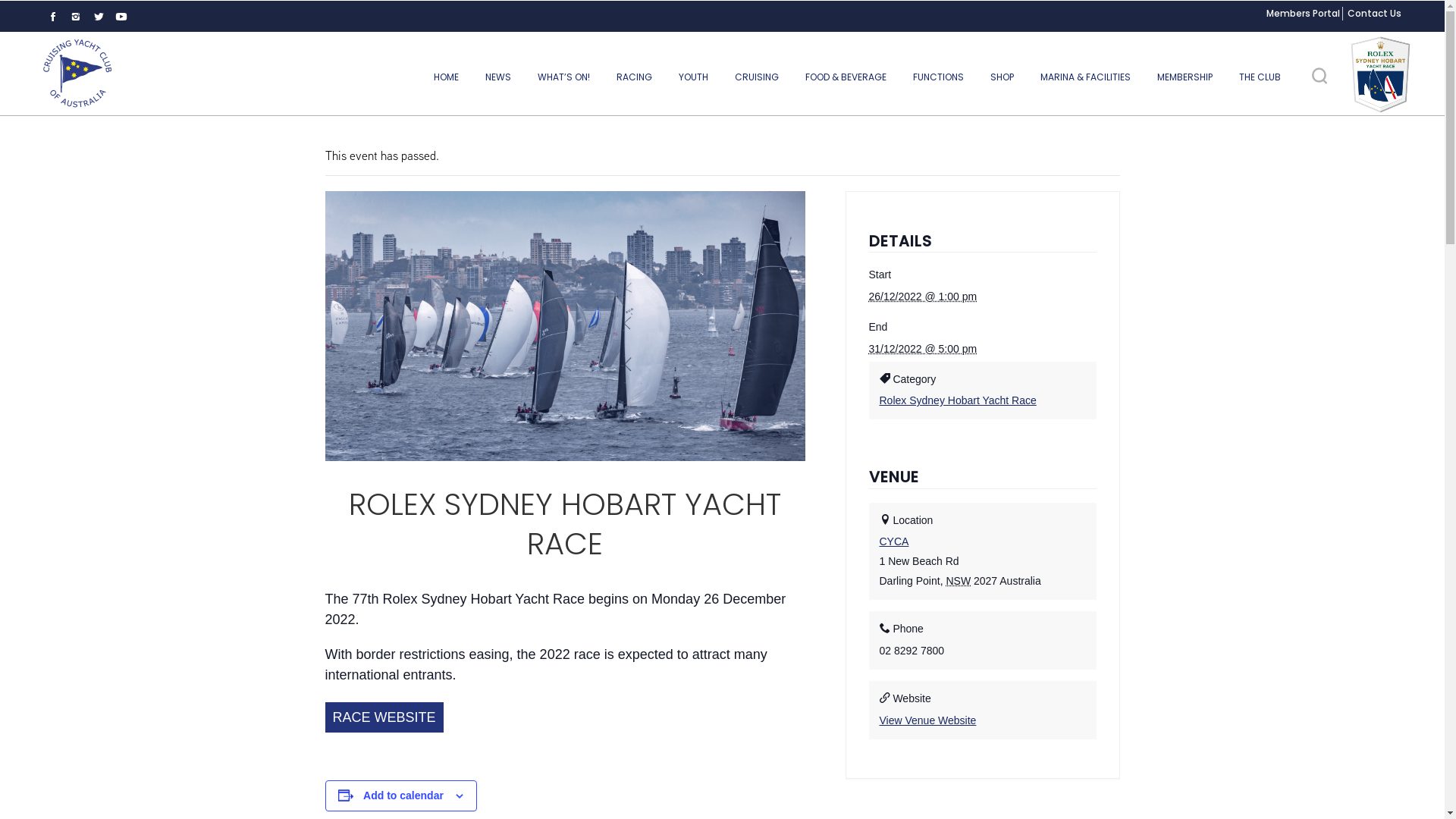 The height and width of the screenshot is (819, 1456). What do you see at coordinates (75, 17) in the screenshot?
I see `'Visit our Instagram profile'` at bounding box center [75, 17].